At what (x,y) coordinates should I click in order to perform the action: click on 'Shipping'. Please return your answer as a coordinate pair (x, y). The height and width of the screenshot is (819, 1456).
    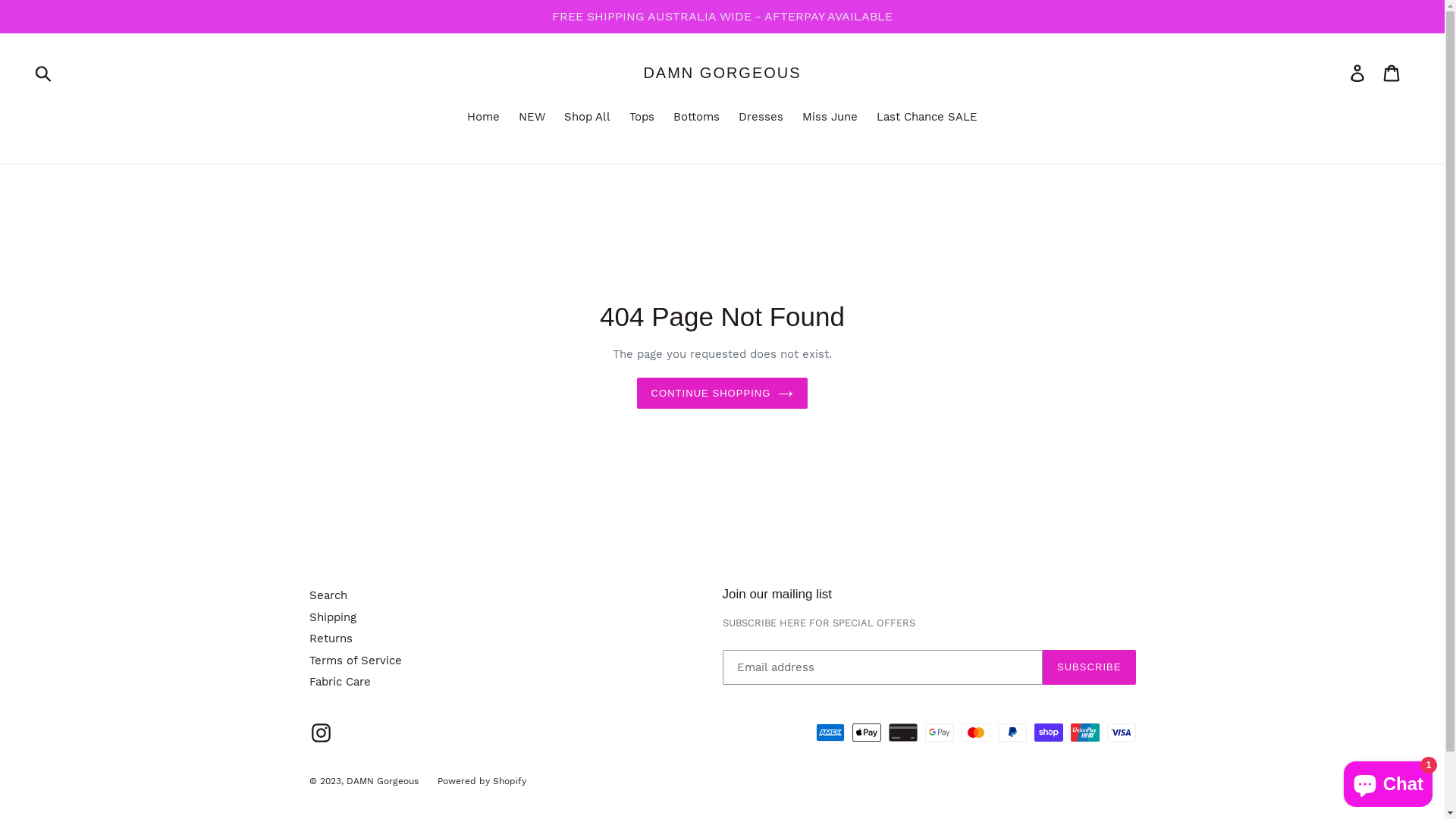
    Looking at the image, I should click on (309, 617).